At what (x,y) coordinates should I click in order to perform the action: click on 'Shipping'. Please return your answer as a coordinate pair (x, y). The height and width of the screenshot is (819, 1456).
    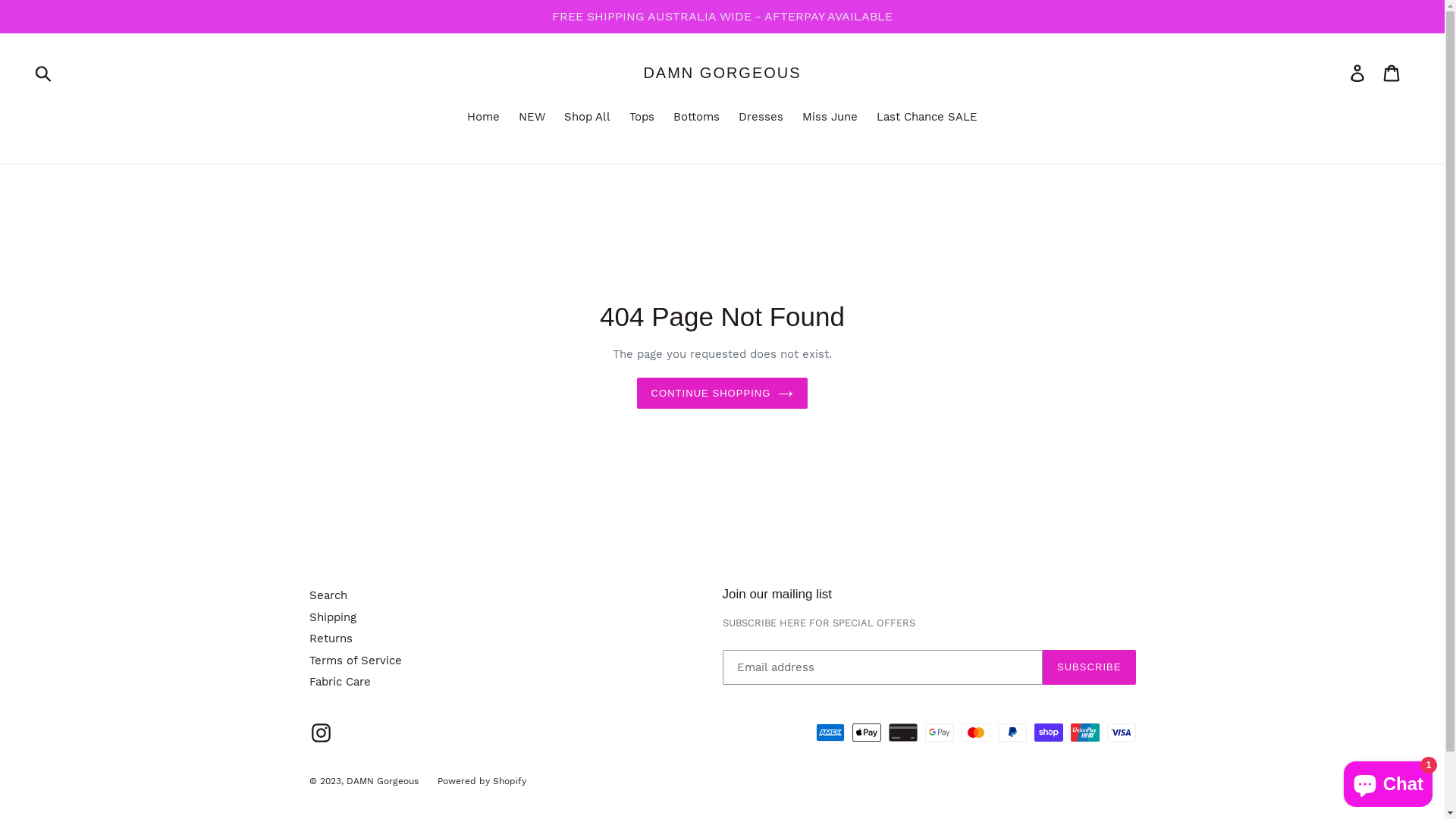
    Looking at the image, I should click on (309, 617).